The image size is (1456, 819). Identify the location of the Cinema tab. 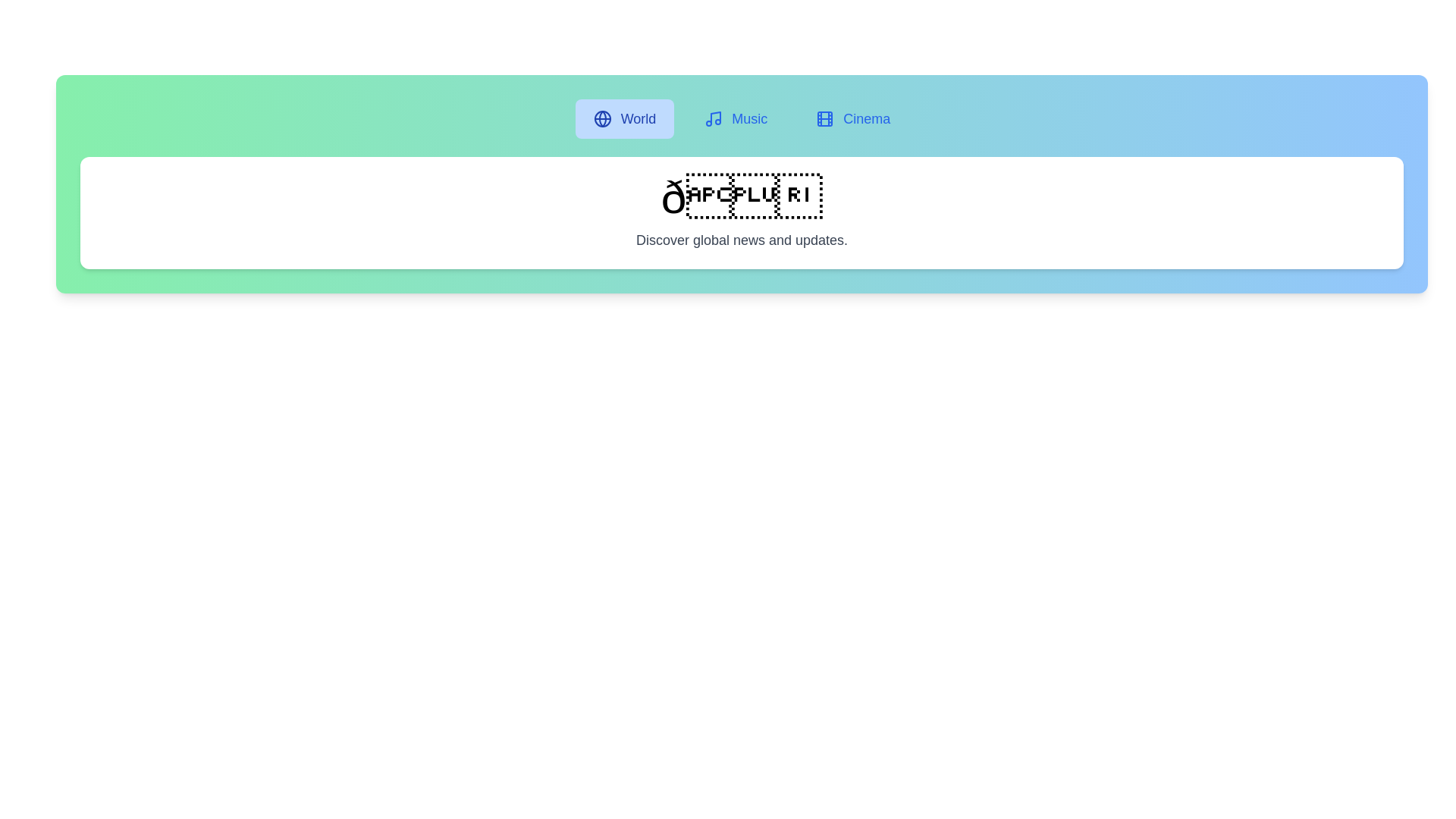
(853, 118).